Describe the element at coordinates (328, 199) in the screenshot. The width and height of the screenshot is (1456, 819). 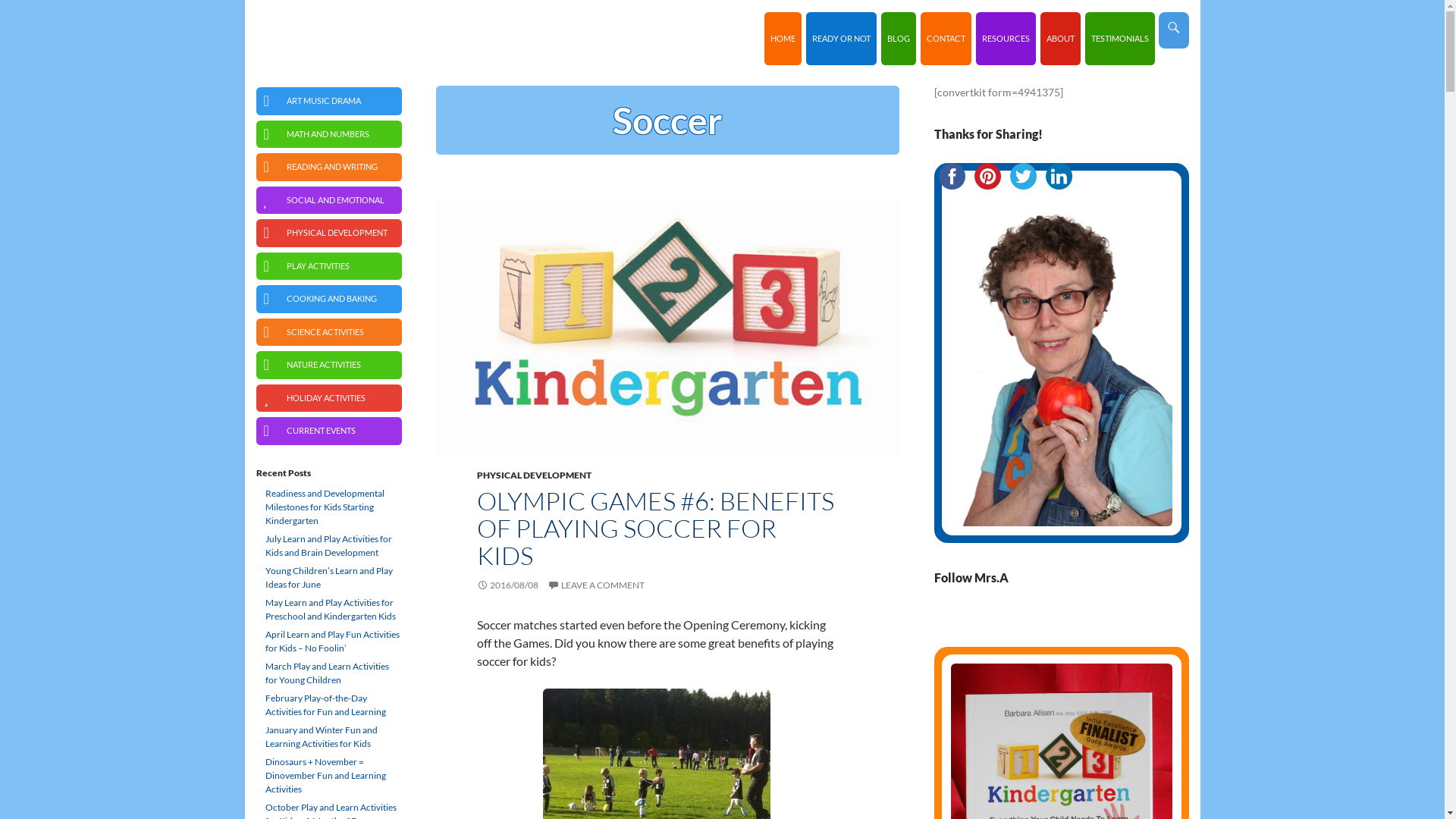
I see `'SOCIAL AND EMOTIONAL'` at that location.